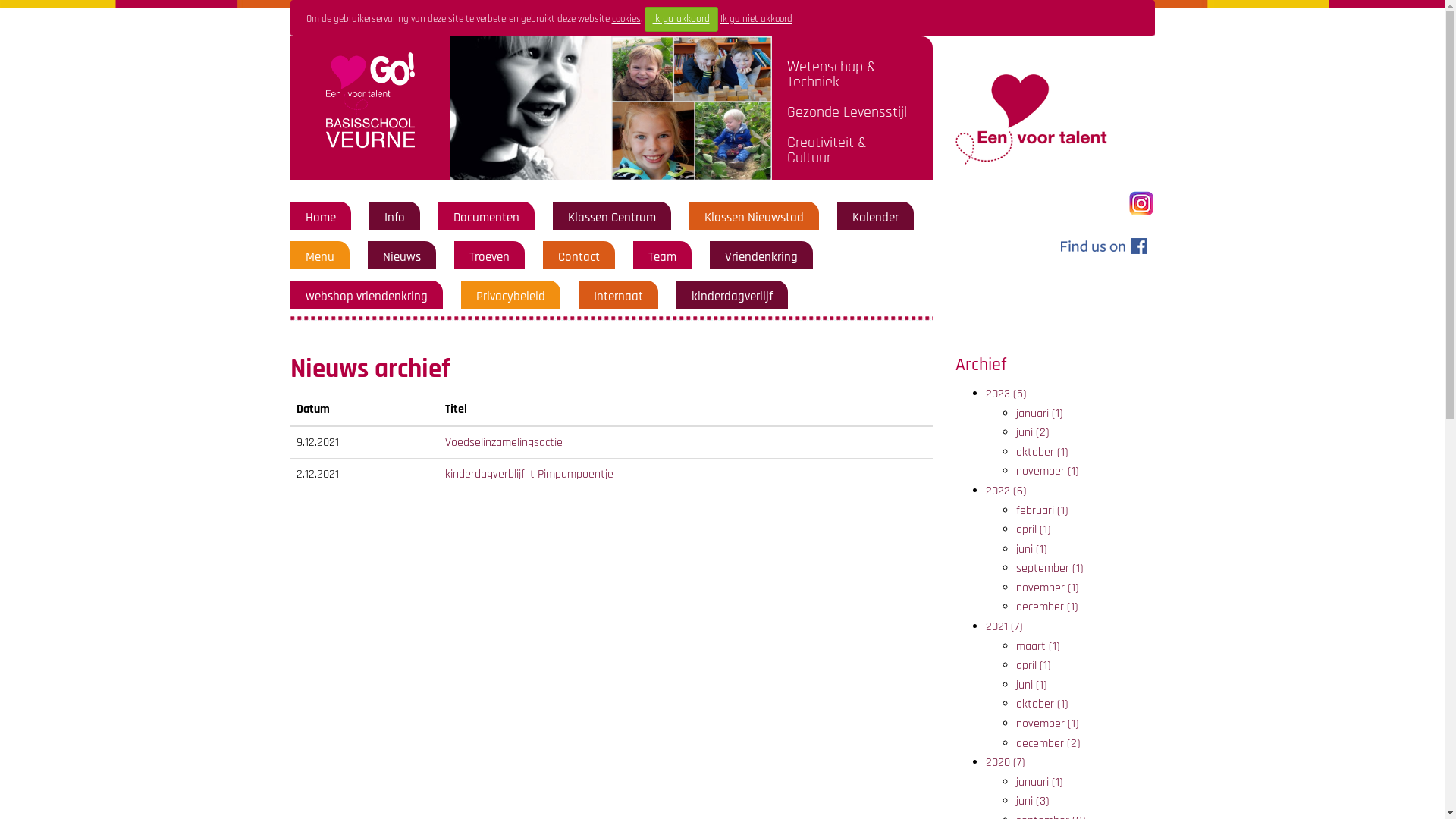  I want to click on 'Klassen Centrum', so click(611, 217).